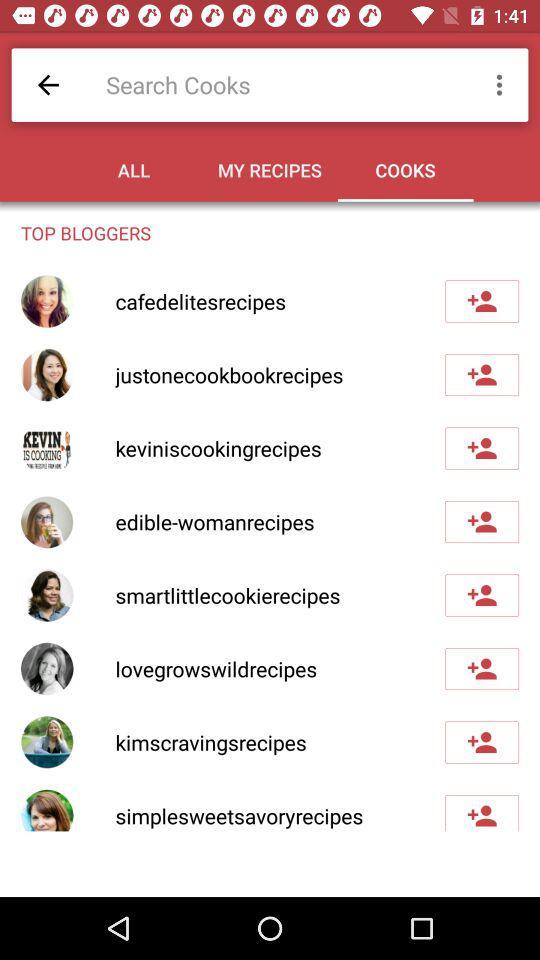 This screenshot has width=540, height=960. I want to click on to contacts, so click(481, 448).